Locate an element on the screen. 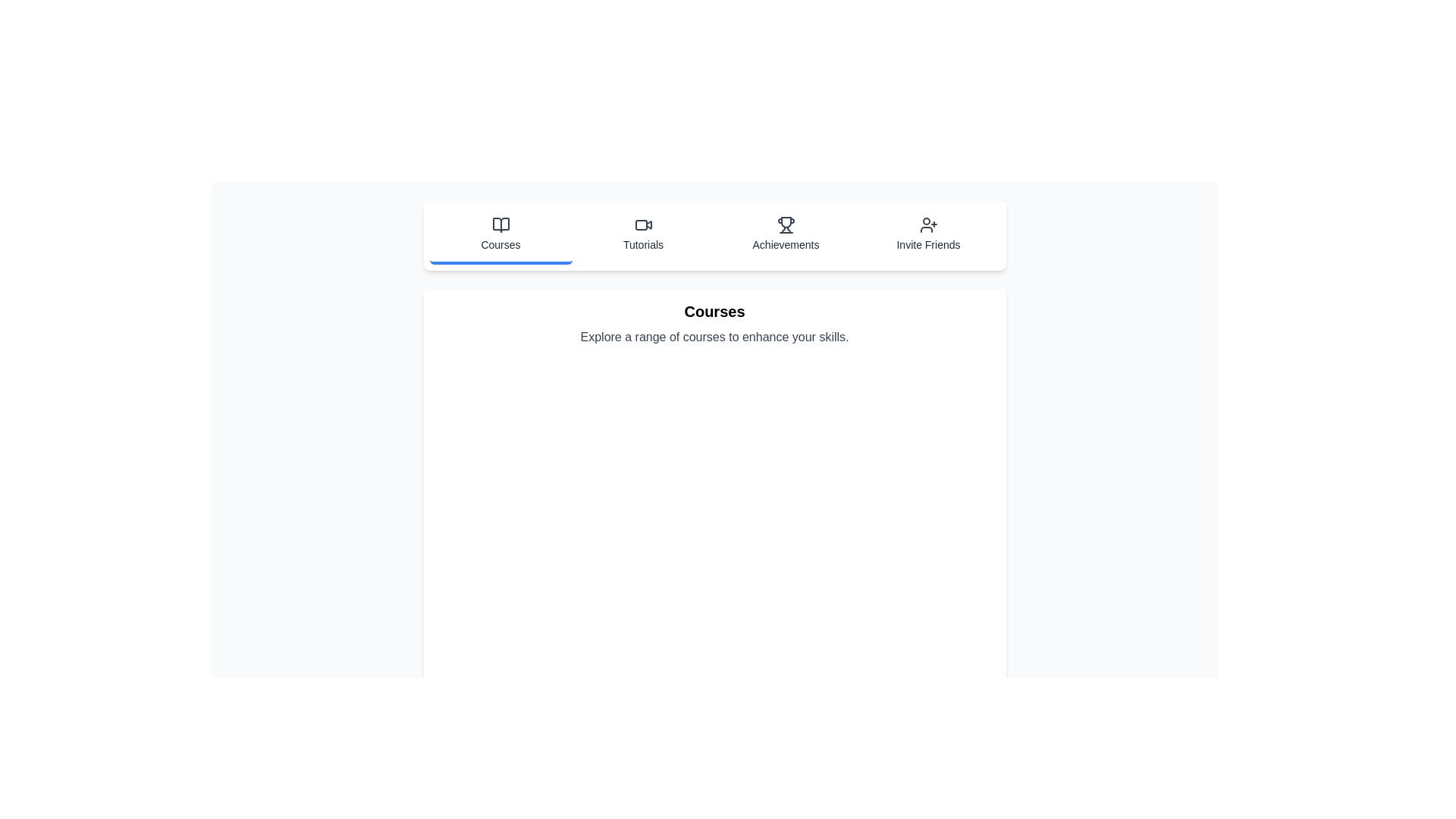 The width and height of the screenshot is (1456, 819). the 'Achievements' button, which is a vertically aligned rectangular button with a trophy icon and text is located at coordinates (786, 236).